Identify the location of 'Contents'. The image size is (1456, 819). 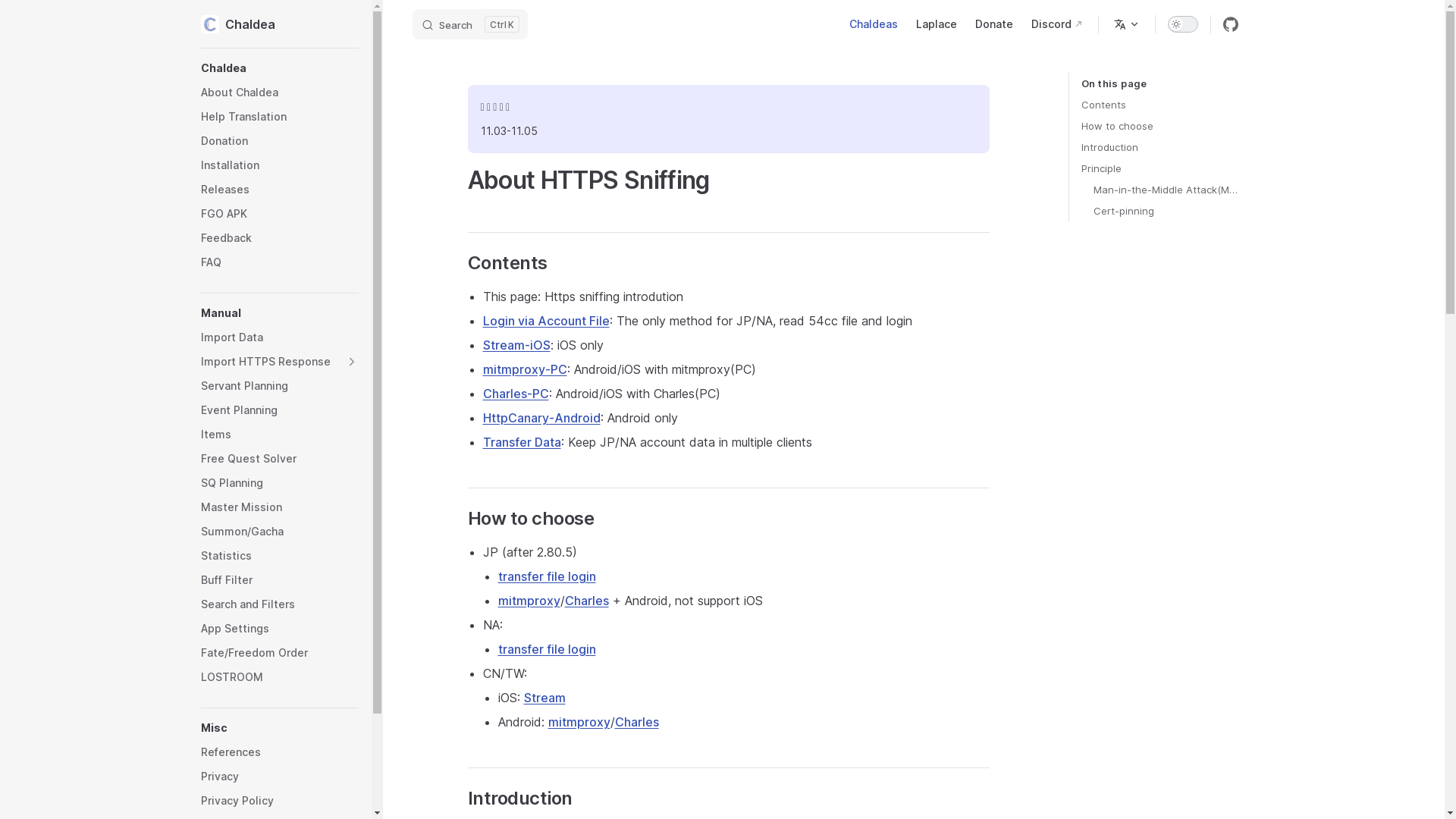
(1159, 104).